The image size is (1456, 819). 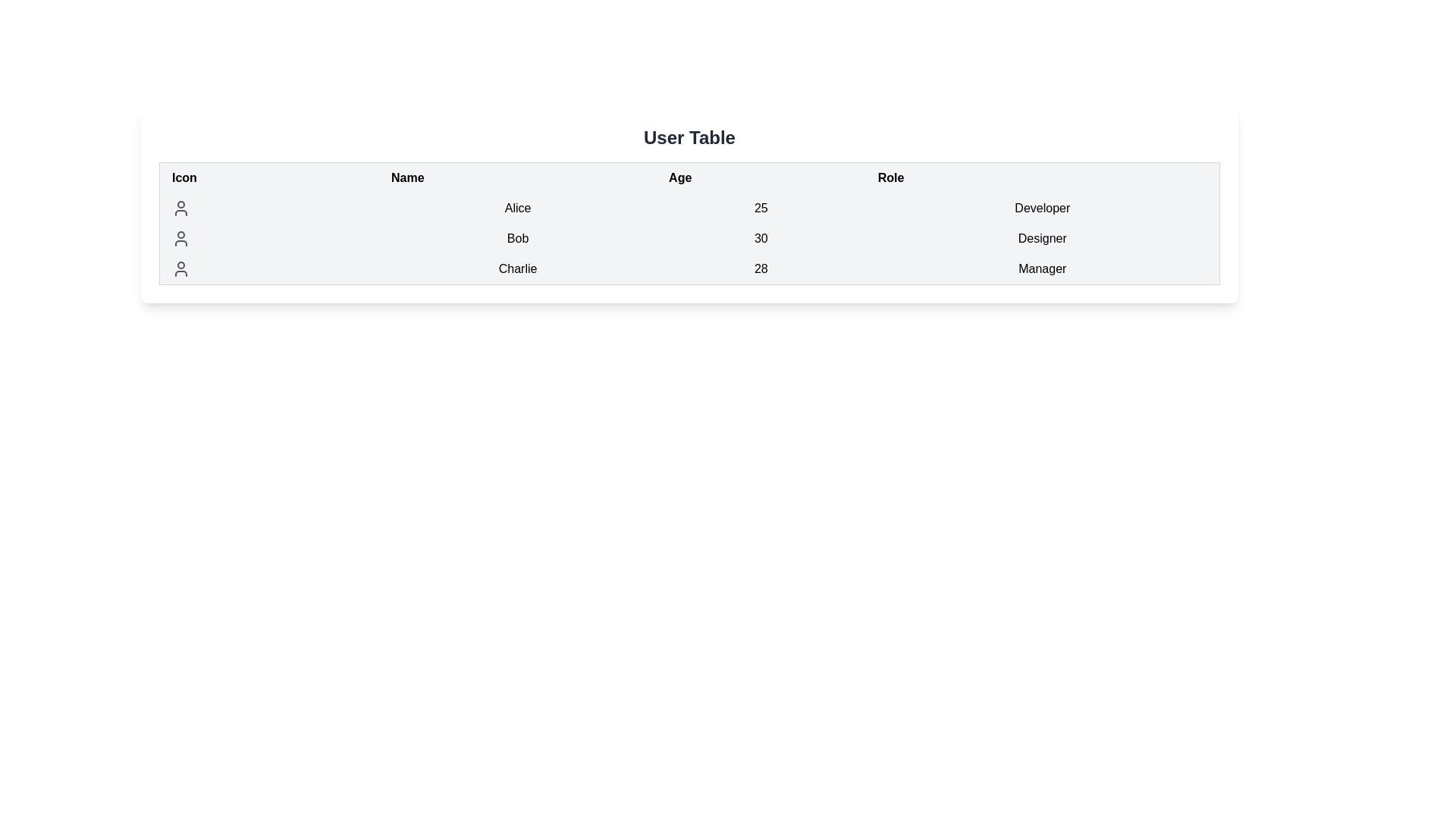 I want to click on the text label displaying the name 'Bob' in bold black font located in the second row of the table under the 'Name' column, so click(x=518, y=239).